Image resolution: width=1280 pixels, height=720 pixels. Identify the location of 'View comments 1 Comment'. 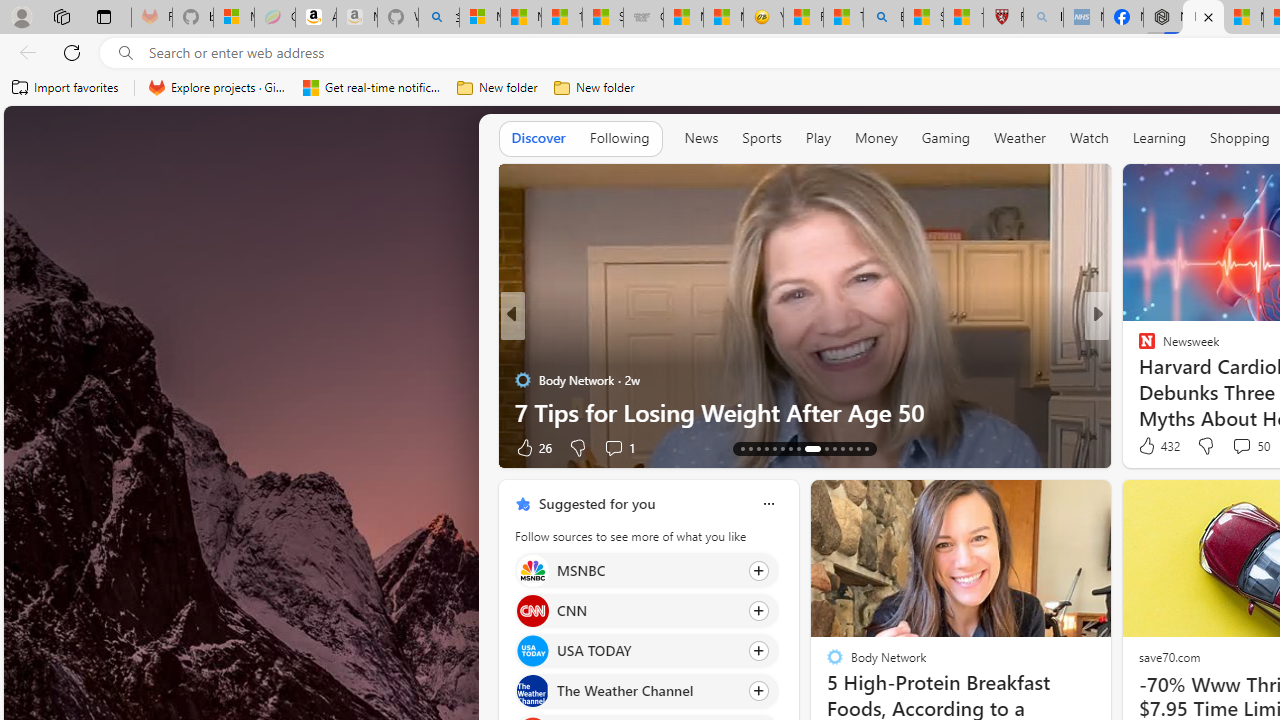
(617, 446).